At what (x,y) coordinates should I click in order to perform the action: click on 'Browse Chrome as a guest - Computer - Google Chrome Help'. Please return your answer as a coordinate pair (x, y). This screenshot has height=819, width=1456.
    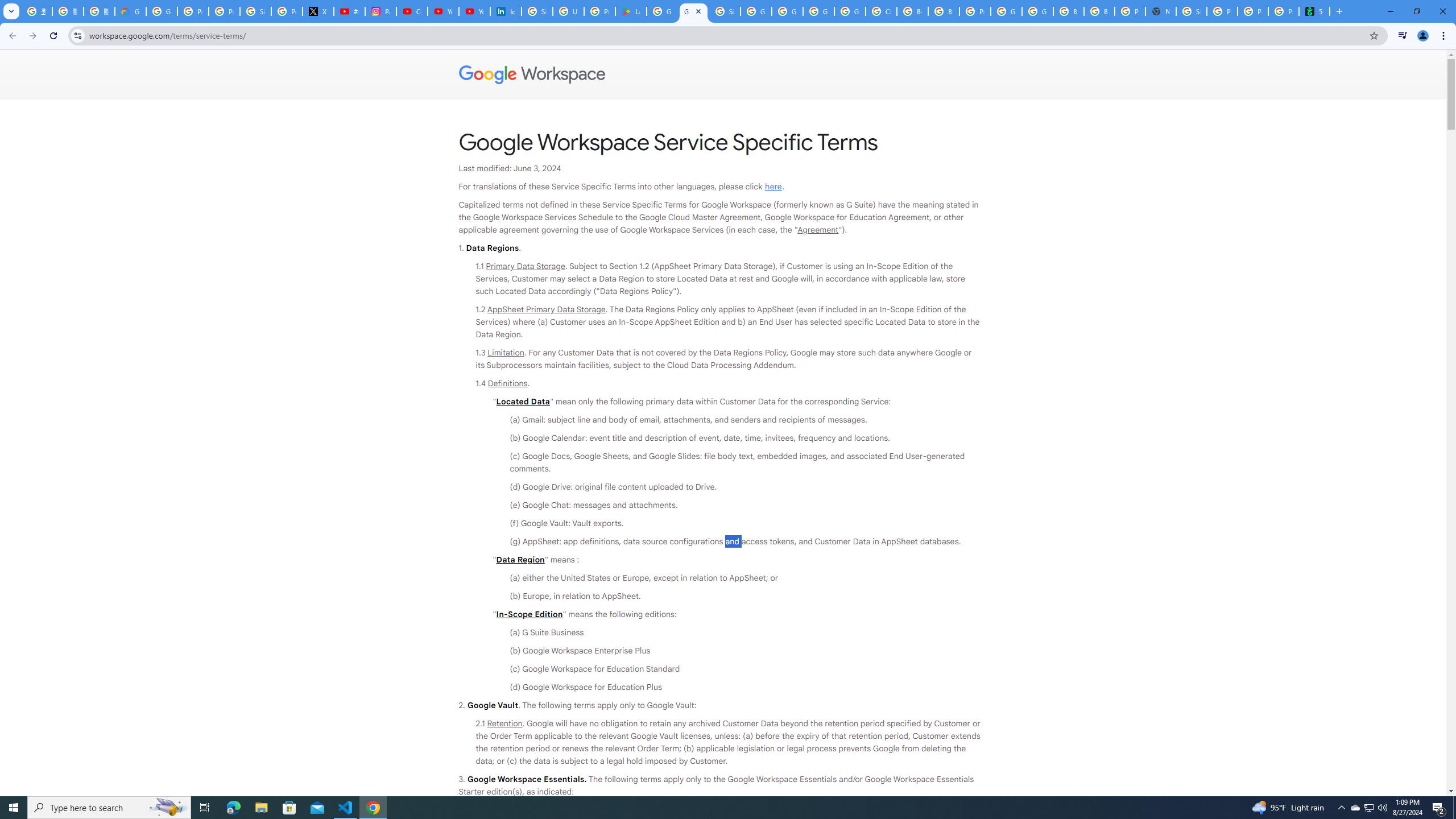
    Looking at the image, I should click on (1069, 11).